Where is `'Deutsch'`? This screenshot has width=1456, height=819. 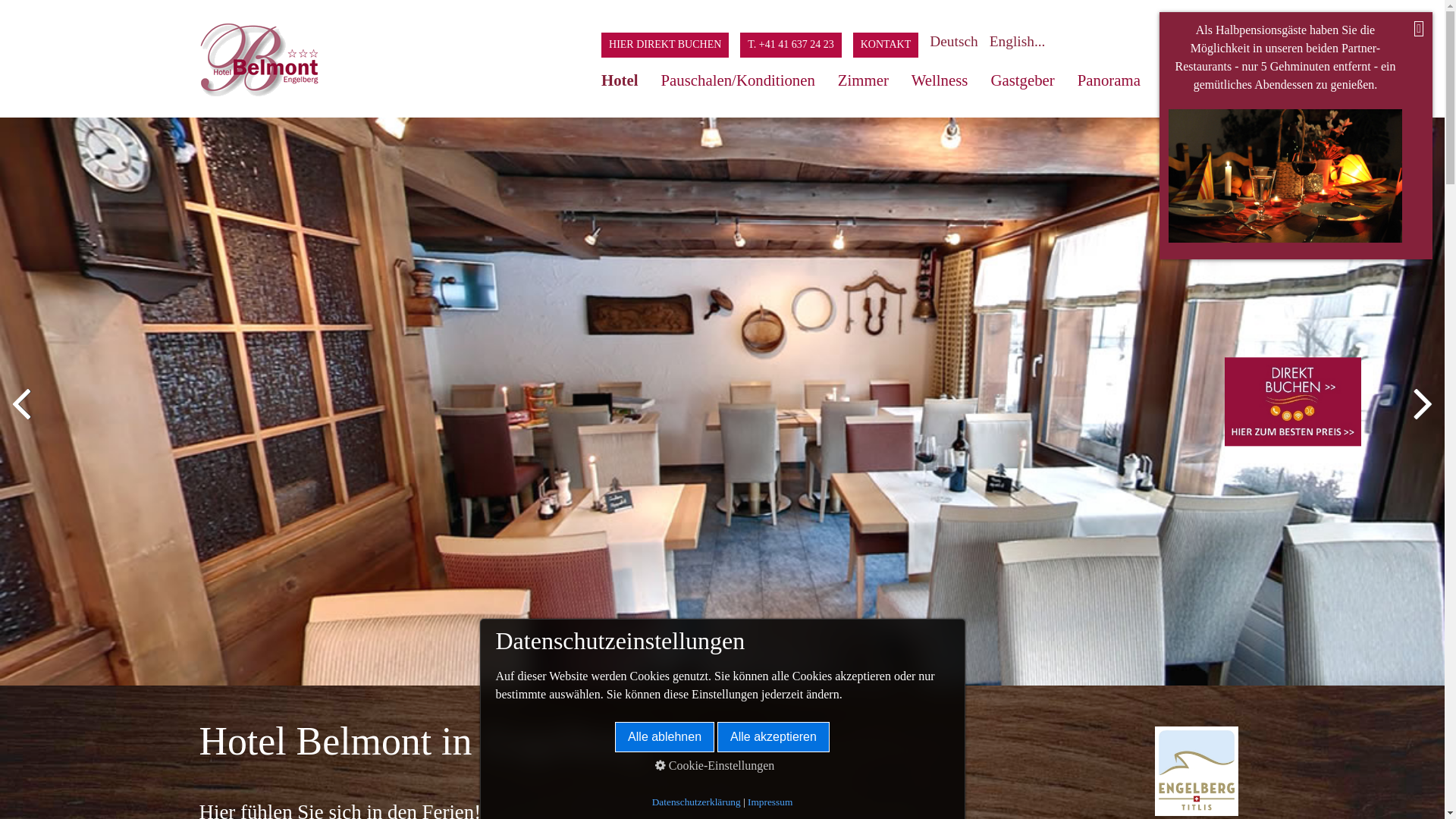
'Deutsch' is located at coordinates (959, 40).